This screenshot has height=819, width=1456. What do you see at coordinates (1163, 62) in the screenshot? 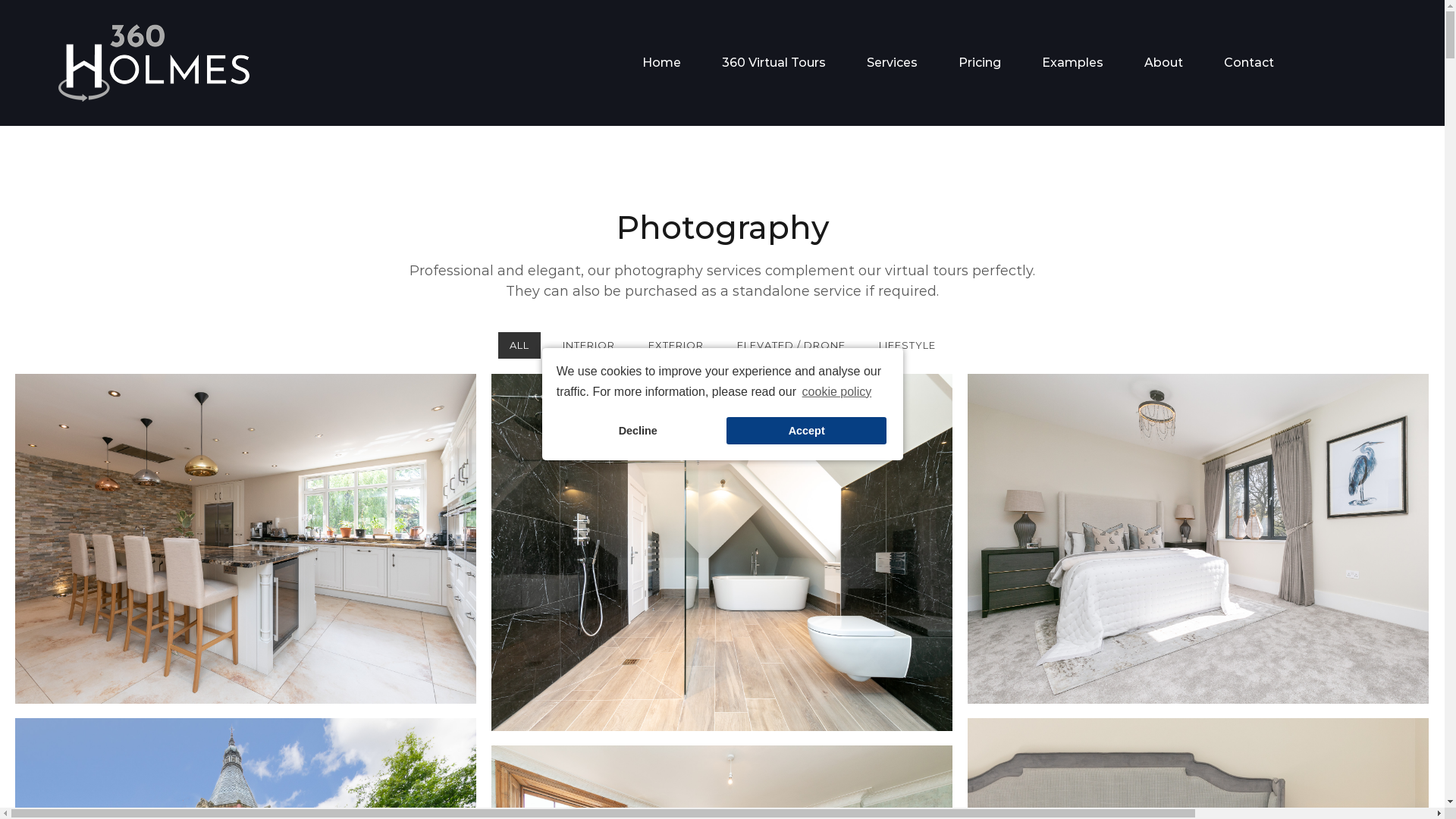
I see `'About'` at bounding box center [1163, 62].